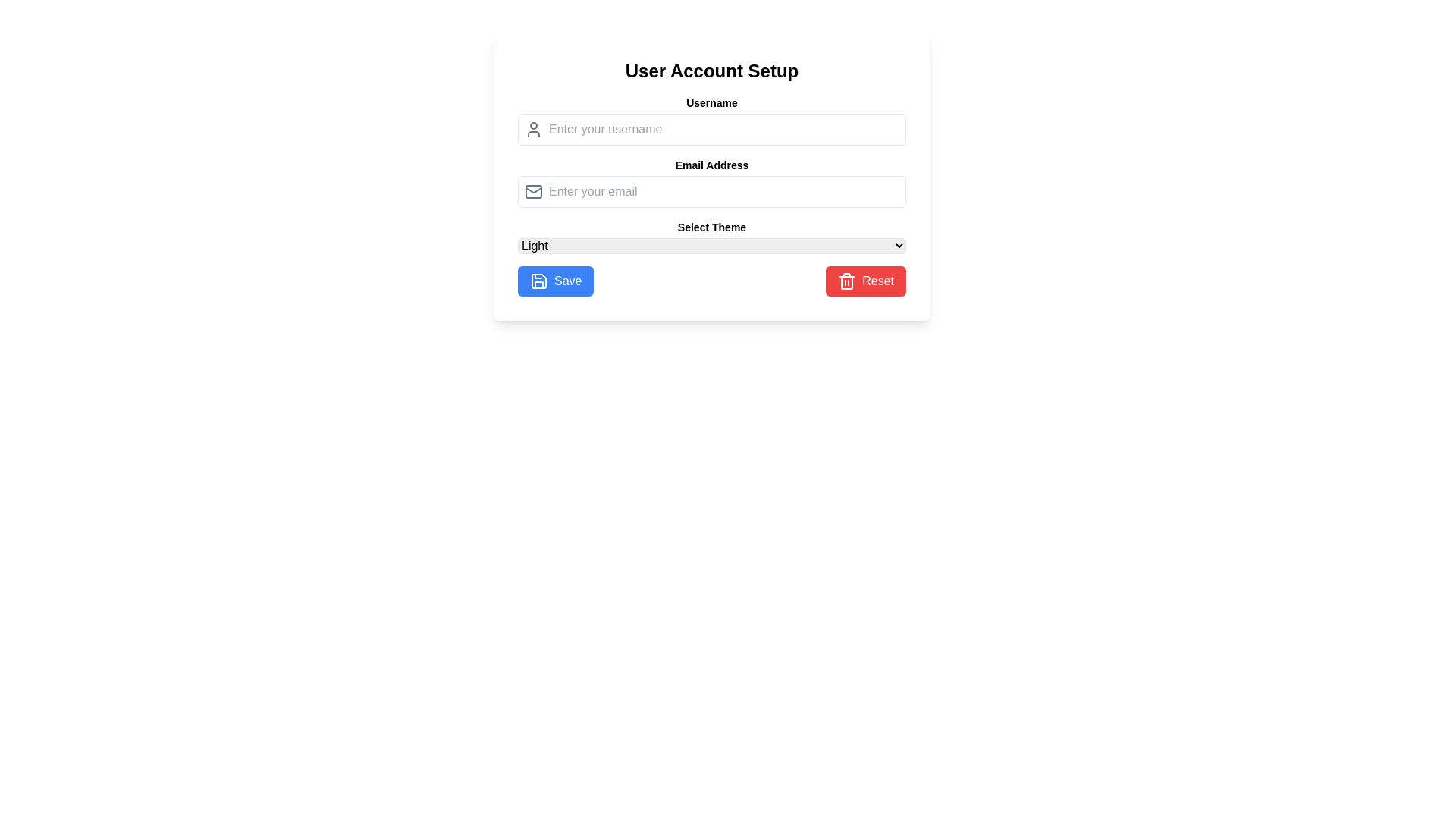 This screenshot has height=819, width=1456. Describe the element at coordinates (711, 237) in the screenshot. I see `the theme selection dropdown menu located below the 'Email Address' entry field` at that location.